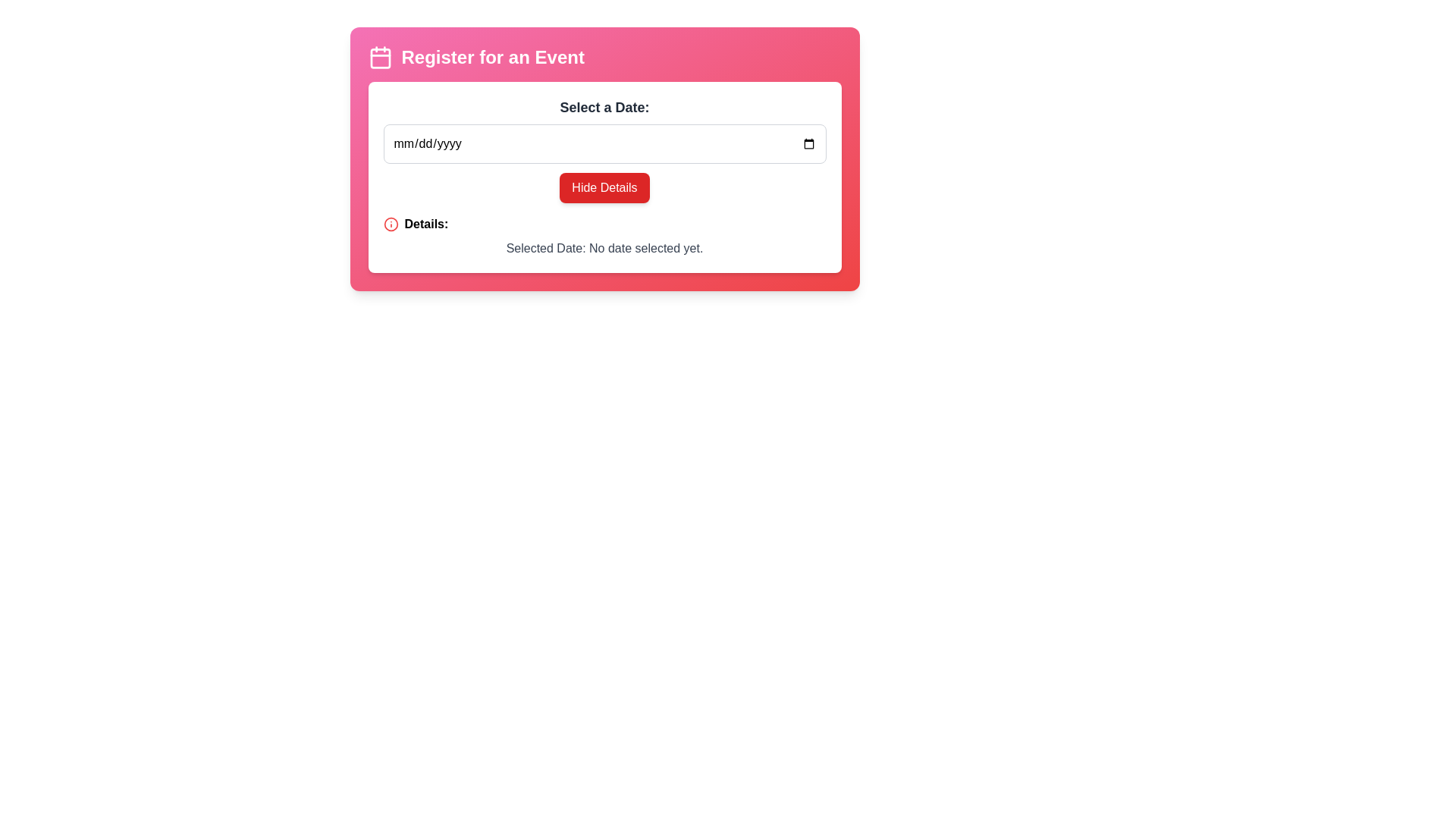 The width and height of the screenshot is (1456, 819). Describe the element at coordinates (604, 237) in the screenshot. I see `the text display element that shows 'Details:' followed by 'Selected Date: No date selected yet.' with a red information icon, located below the 'Hide Details' button` at that location.